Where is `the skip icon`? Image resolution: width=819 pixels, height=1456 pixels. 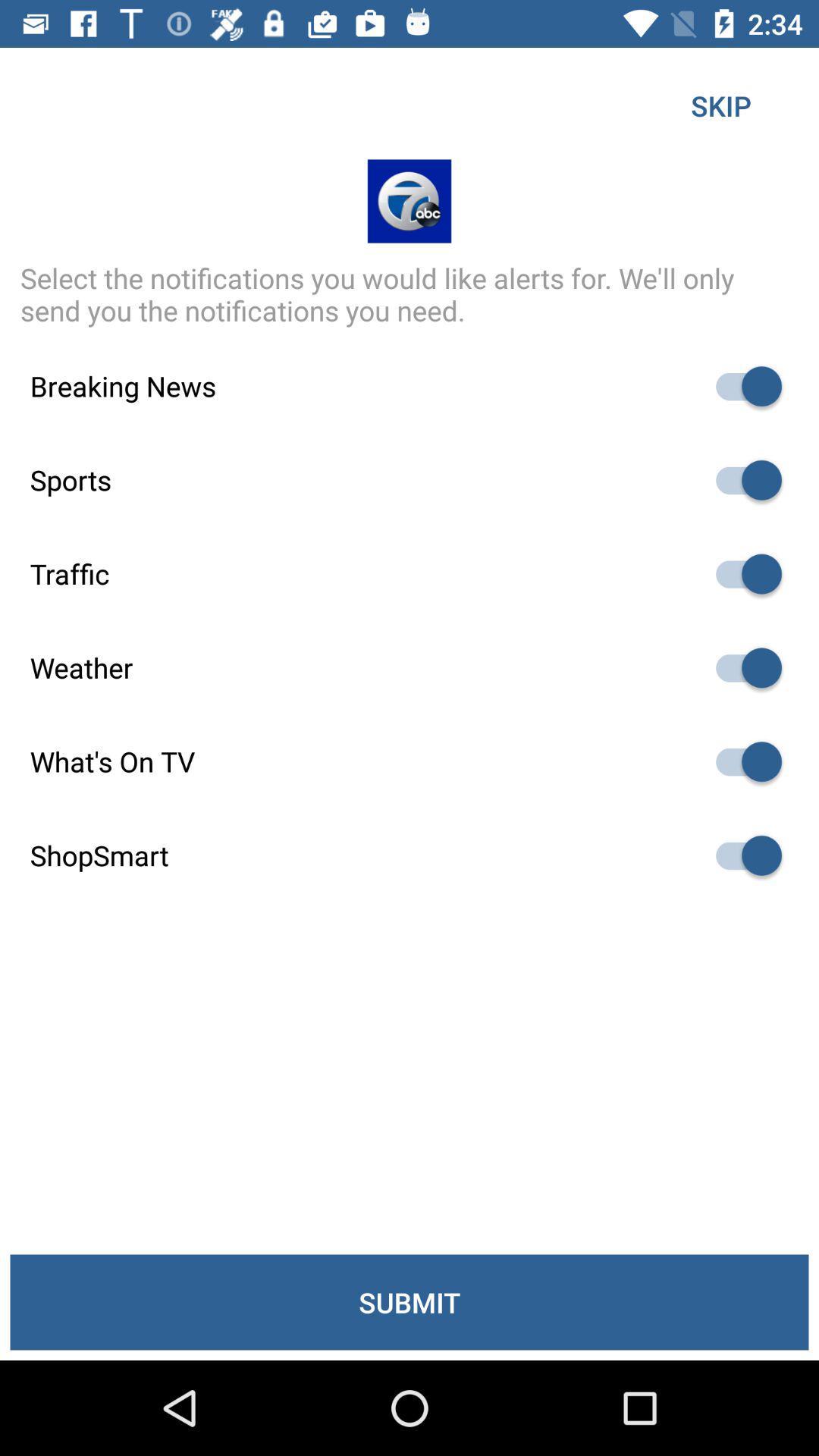
the skip icon is located at coordinates (720, 105).